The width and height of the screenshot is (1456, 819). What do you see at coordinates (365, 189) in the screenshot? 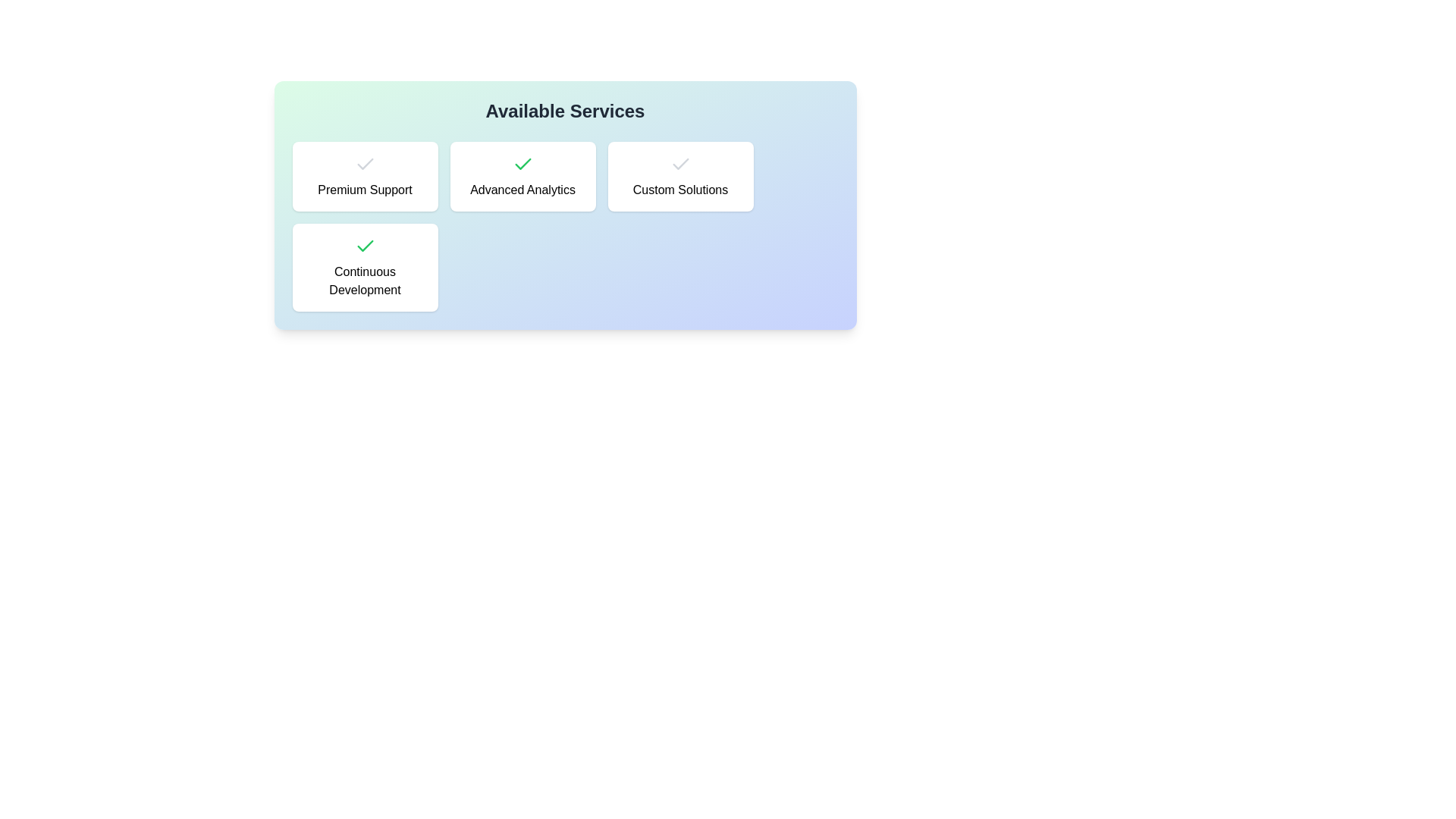
I see `text content of the 'Premium Support' static text, which is centrally located in the first card of the service options grid` at bounding box center [365, 189].